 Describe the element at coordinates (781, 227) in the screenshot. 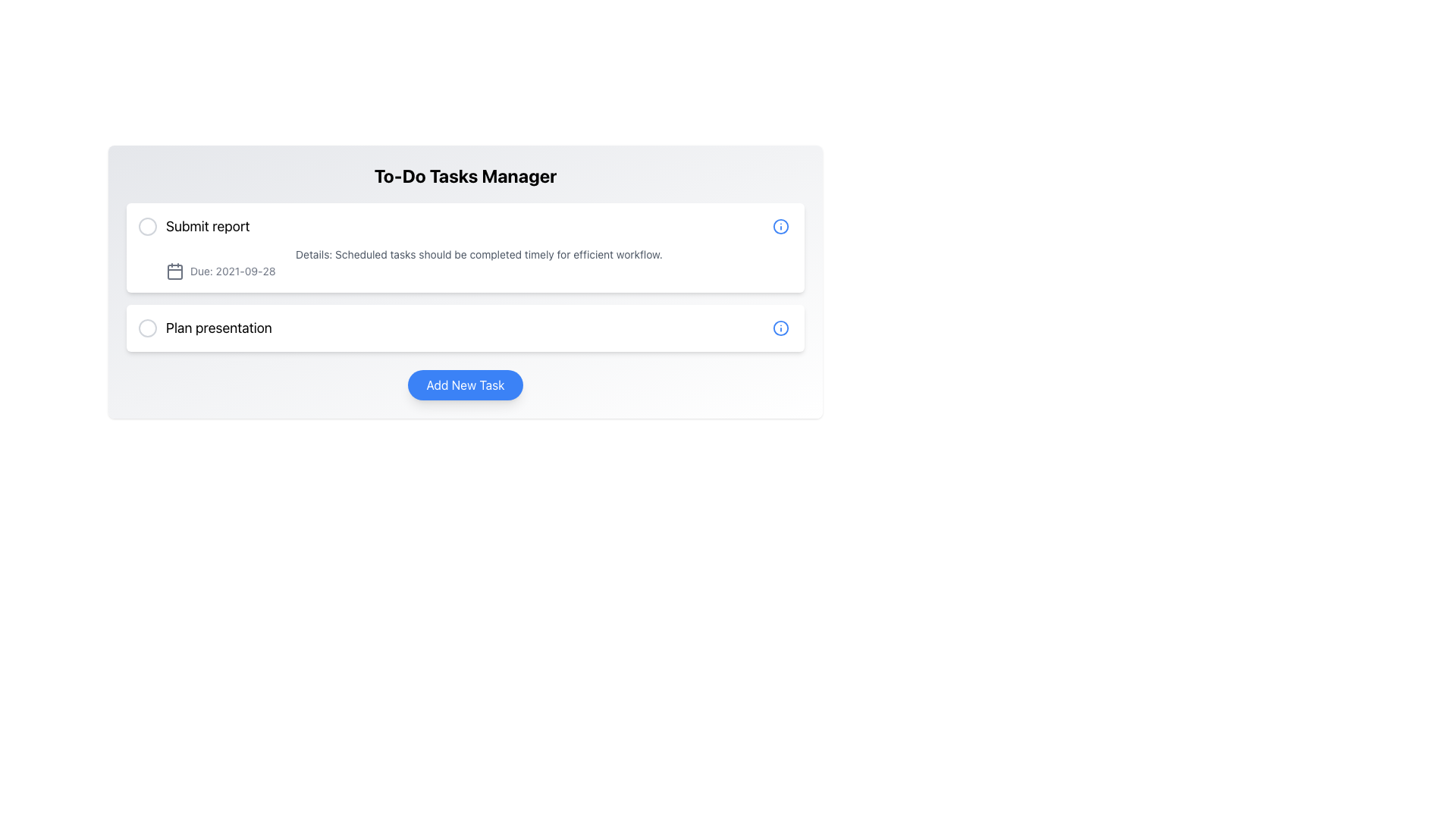

I see `the circular graphical element that is part of the 'info' icon next to the 'Plan presentation' task in the task list` at that location.